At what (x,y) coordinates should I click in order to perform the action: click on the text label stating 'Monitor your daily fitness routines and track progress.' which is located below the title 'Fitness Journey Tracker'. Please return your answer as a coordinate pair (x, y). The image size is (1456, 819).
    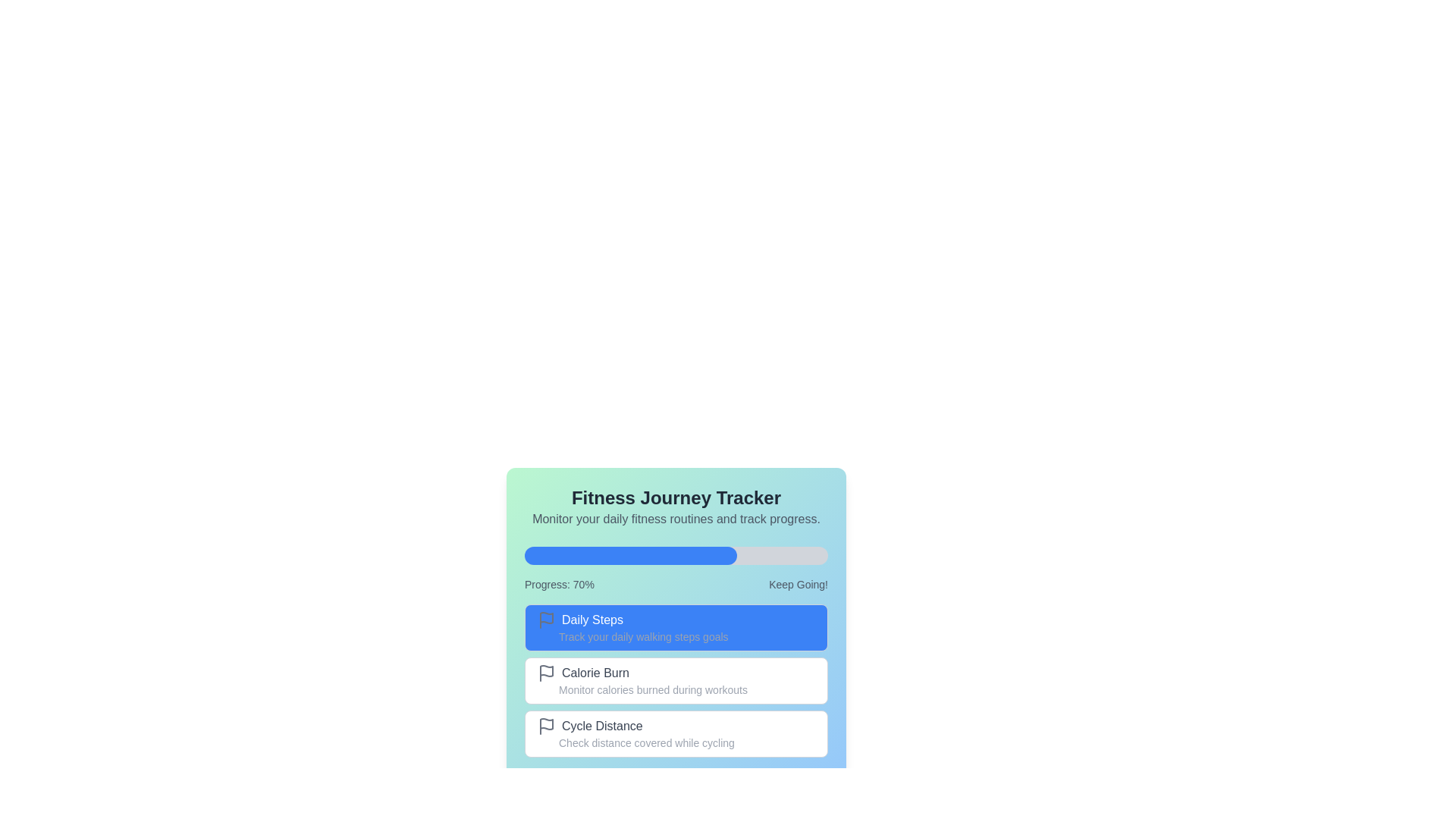
    Looking at the image, I should click on (676, 519).